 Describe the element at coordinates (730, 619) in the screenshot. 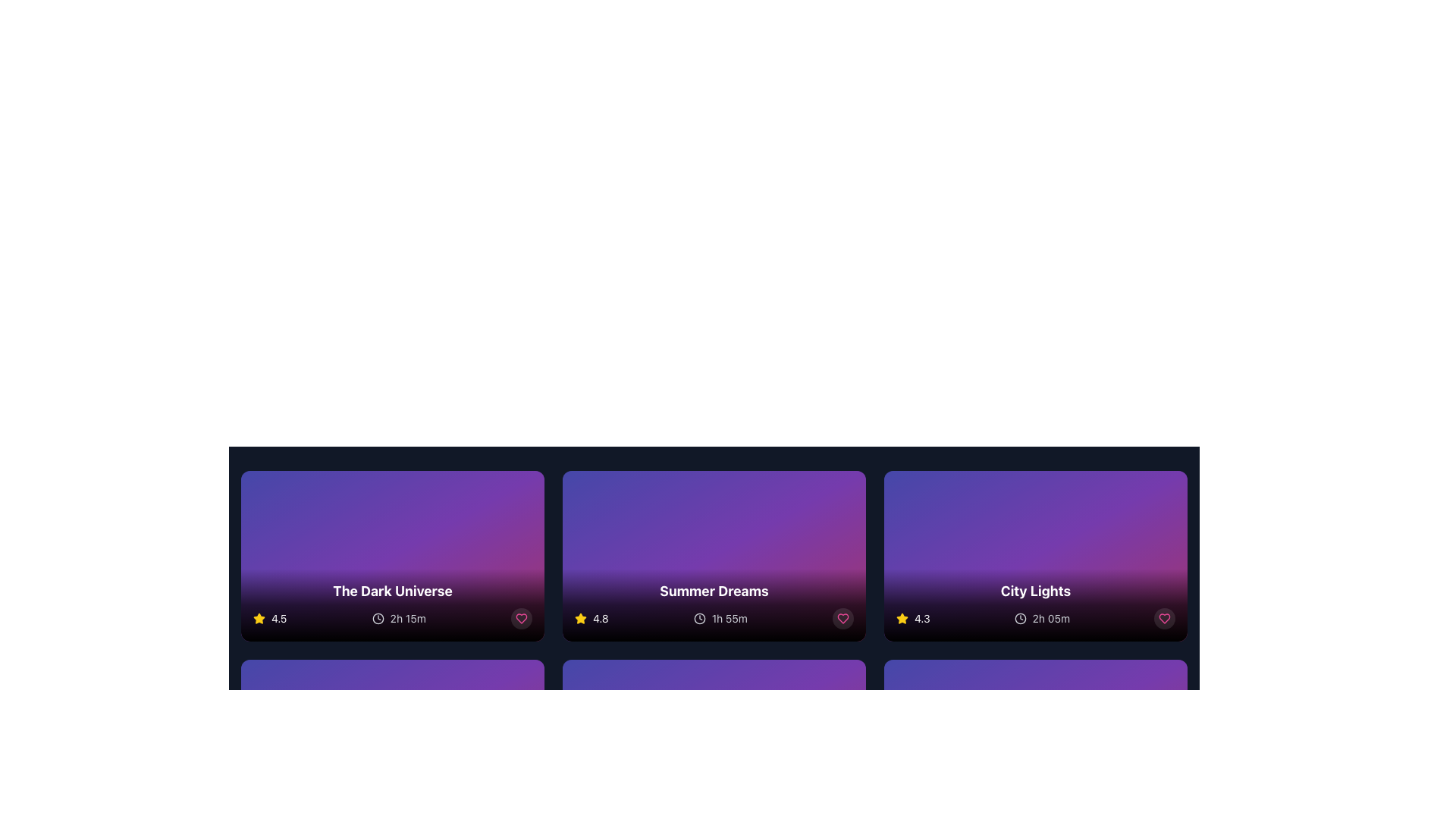

I see `the '1h 55m' label element, which is displayed in light gray color next` at that location.